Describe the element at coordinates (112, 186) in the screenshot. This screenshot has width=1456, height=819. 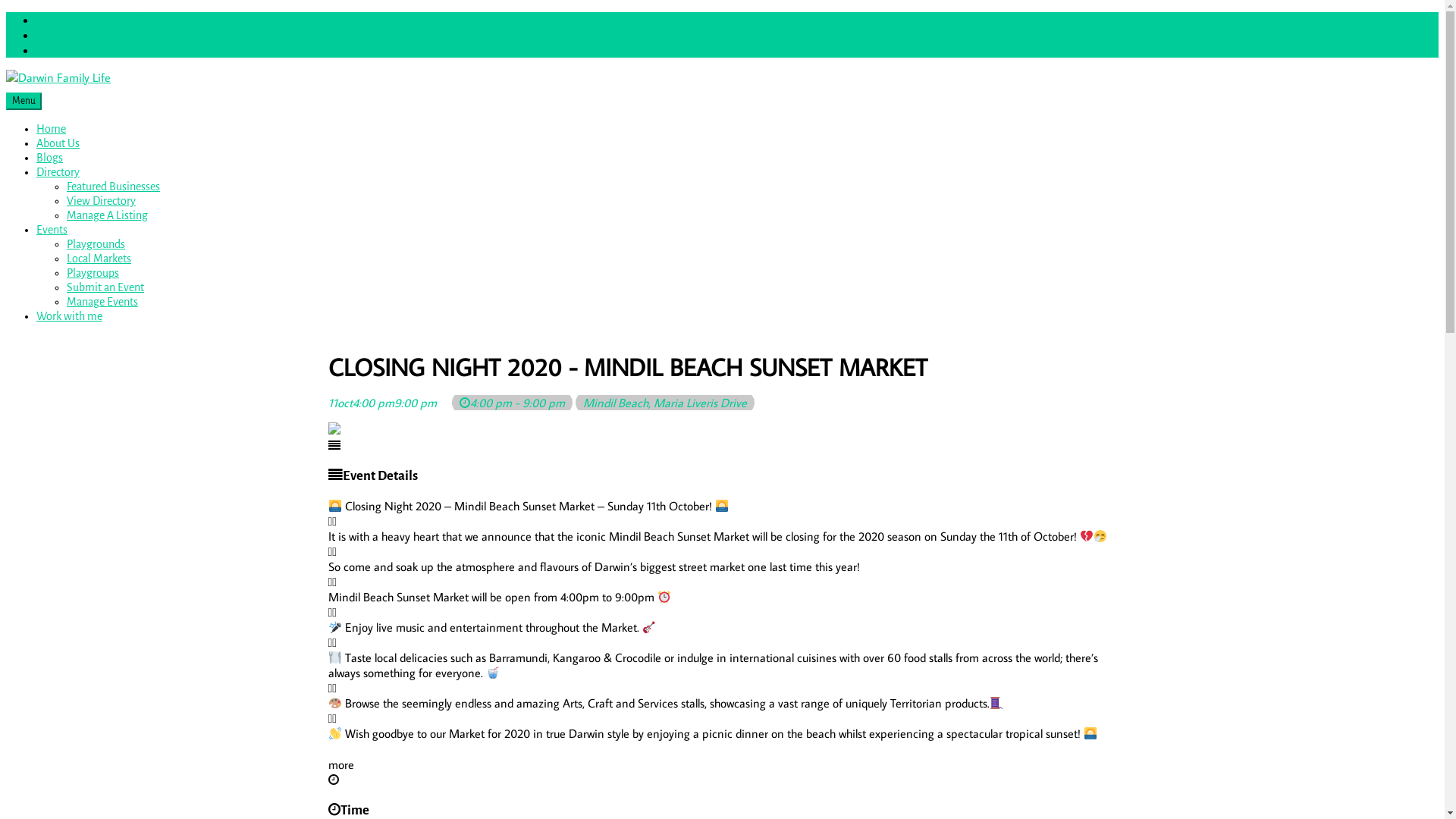
I see `'Featured Businesses'` at that location.